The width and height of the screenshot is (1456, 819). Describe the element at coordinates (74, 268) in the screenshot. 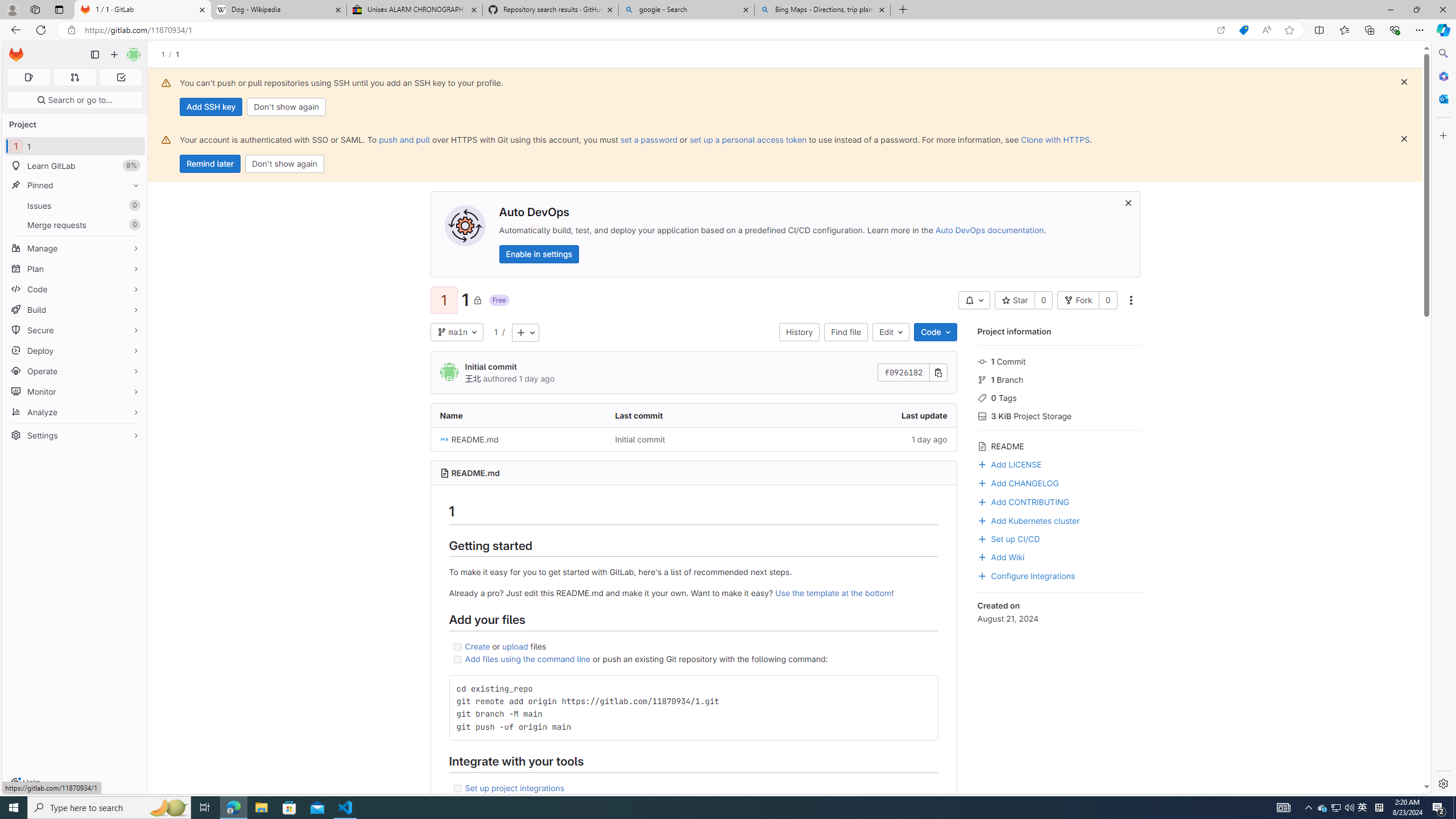

I see `'Plan'` at that location.